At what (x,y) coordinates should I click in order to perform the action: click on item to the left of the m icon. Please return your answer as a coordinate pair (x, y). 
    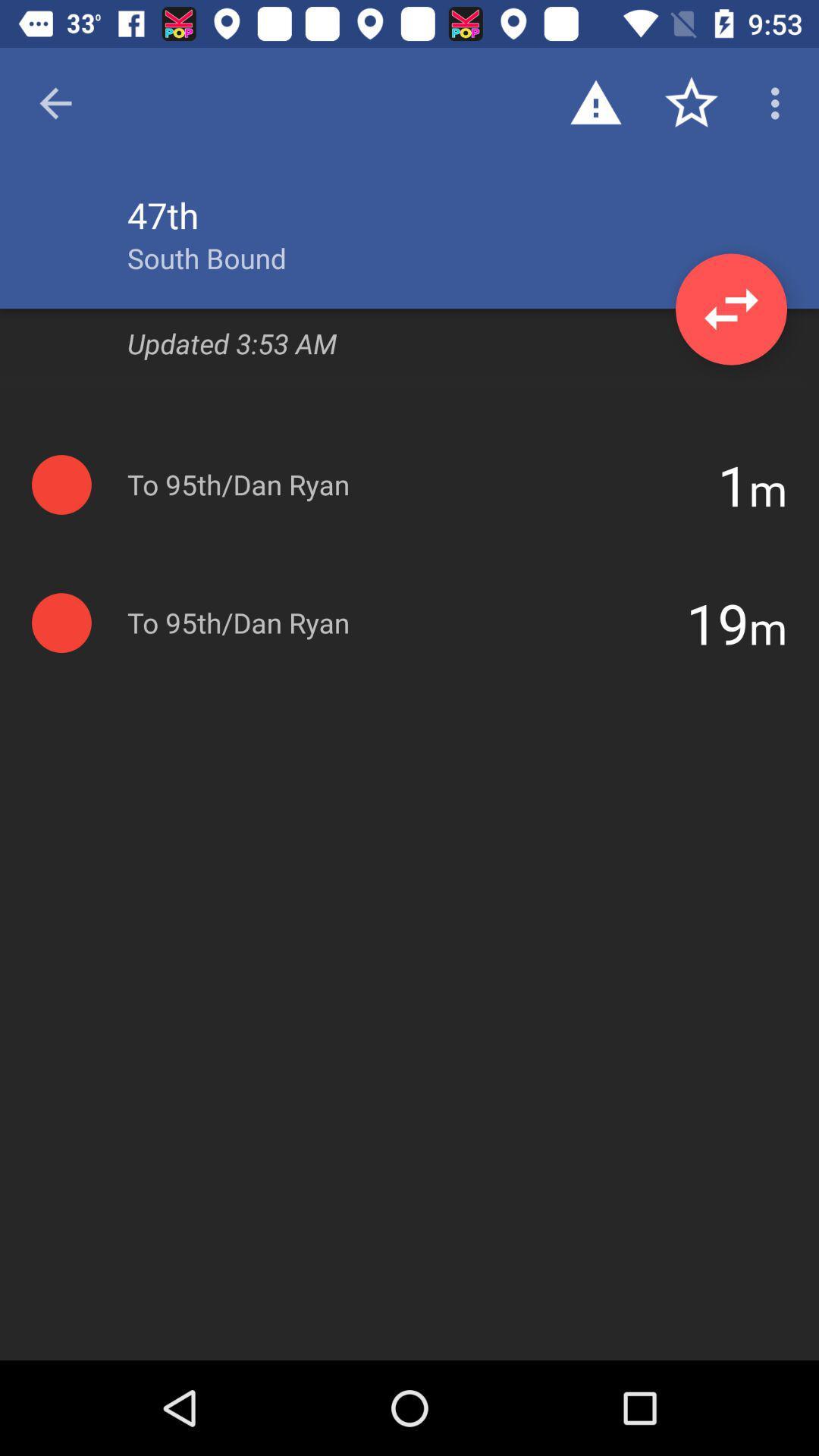
    Looking at the image, I should click on (733, 484).